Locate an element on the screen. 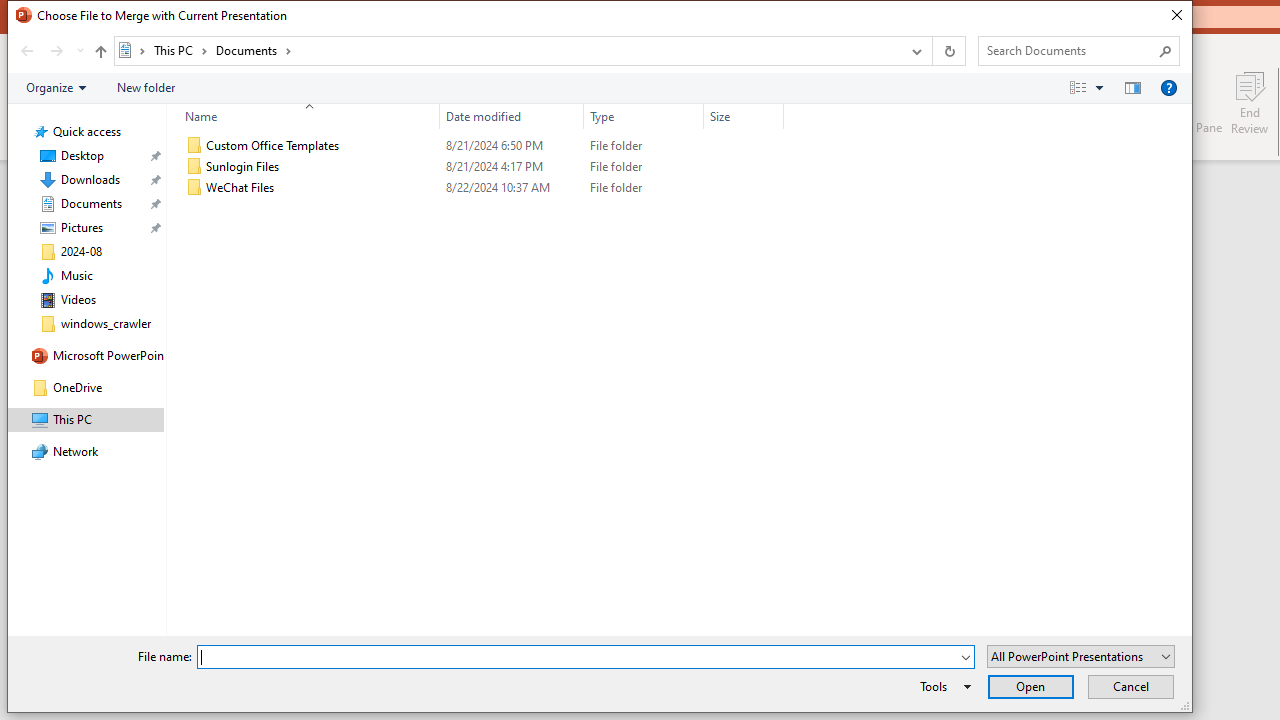  'Files of type:' is located at coordinates (1079, 656).